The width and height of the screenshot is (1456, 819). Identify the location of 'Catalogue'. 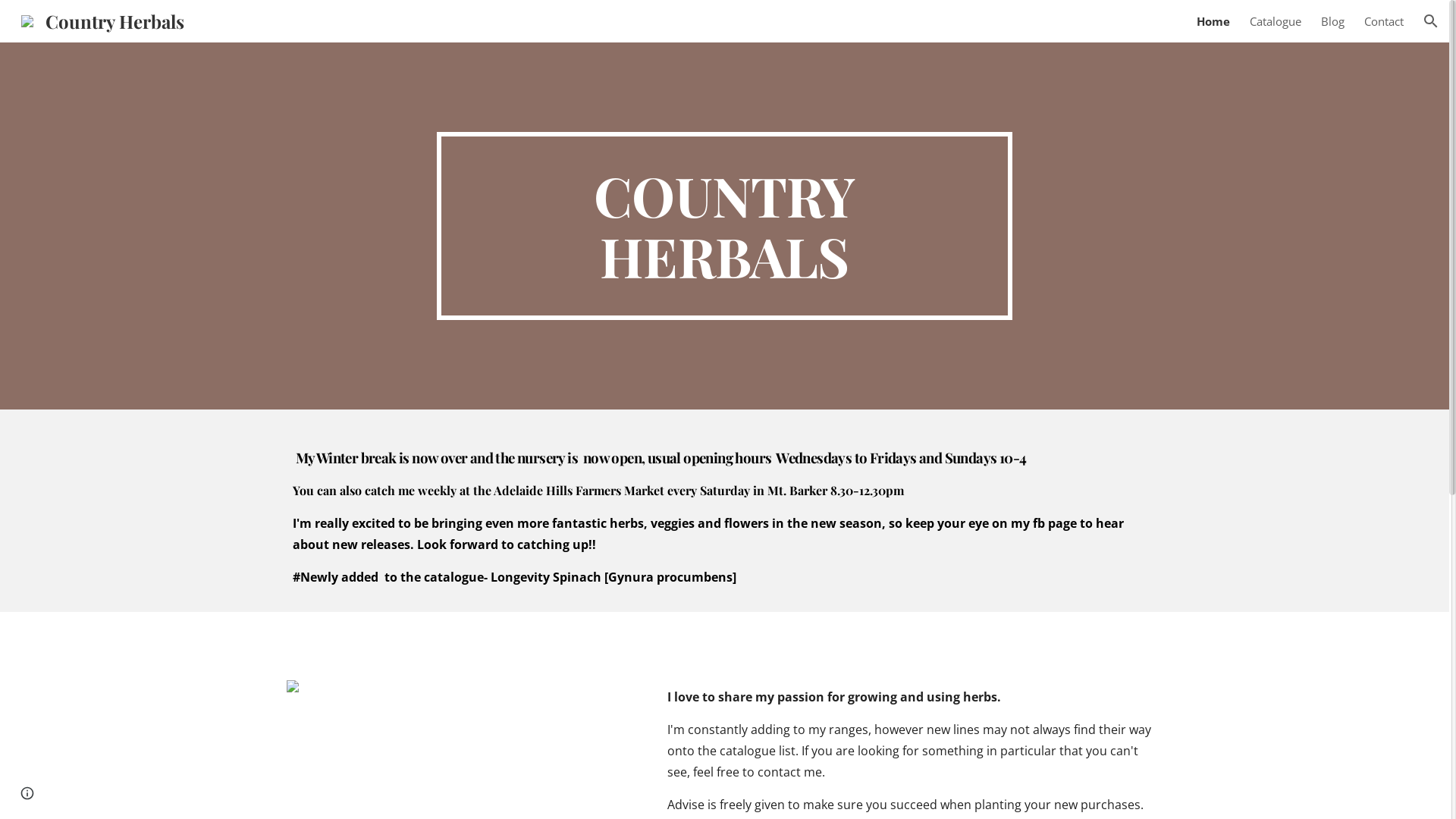
(1274, 20).